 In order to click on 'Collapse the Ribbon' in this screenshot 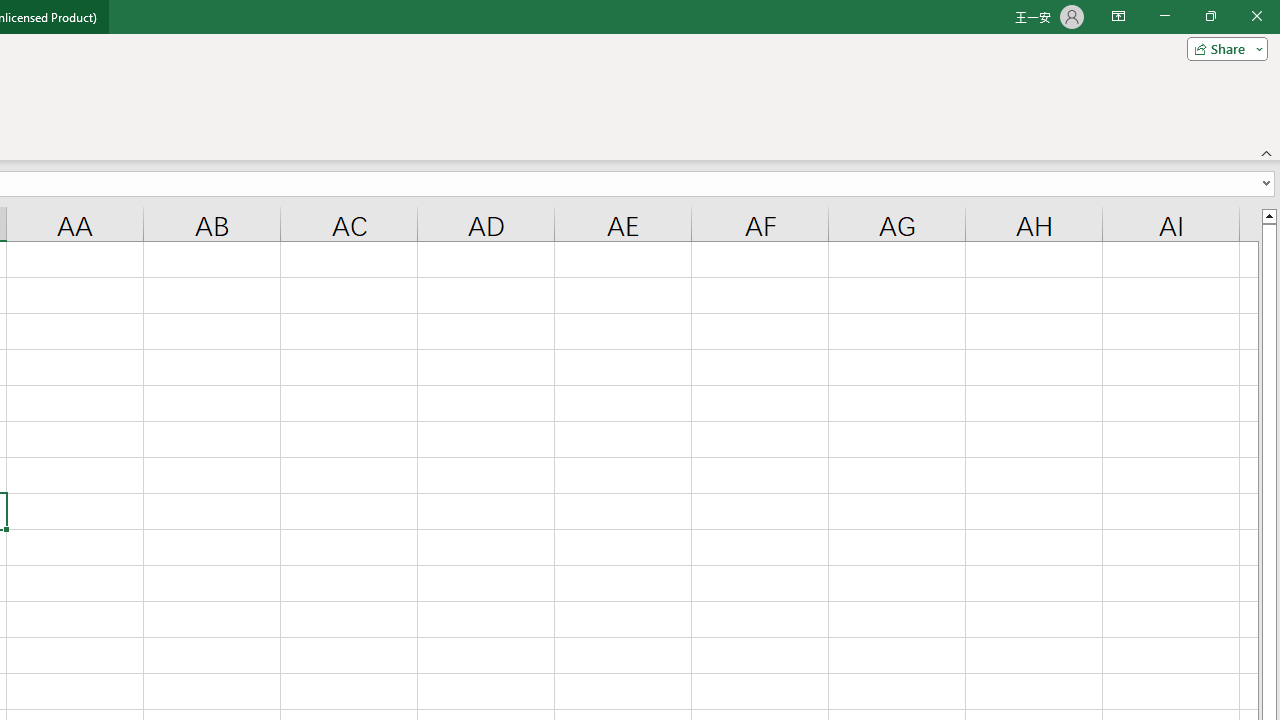, I will do `click(1266, 152)`.